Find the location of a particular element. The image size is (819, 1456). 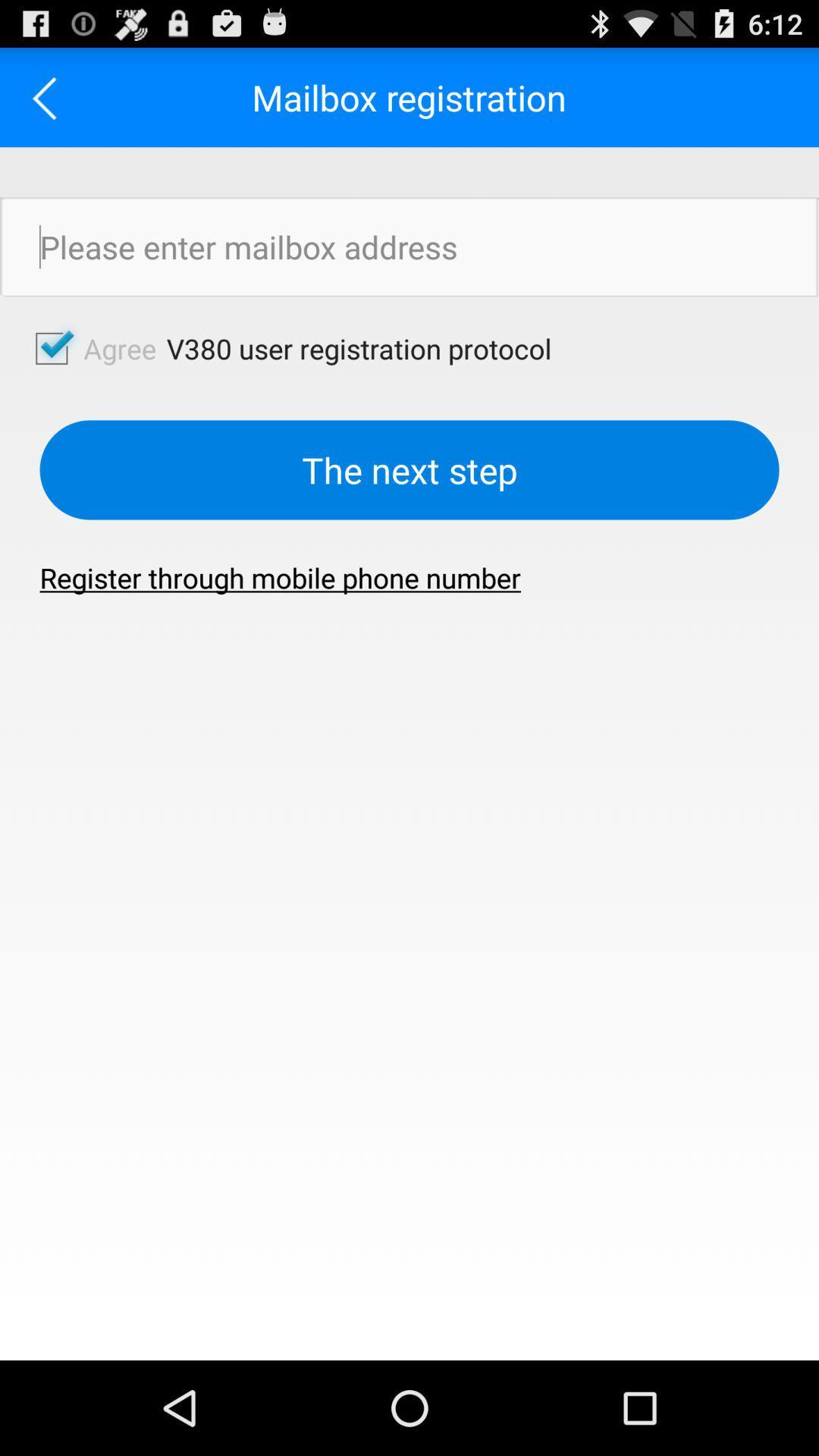

agree to terms is located at coordinates (51, 347).